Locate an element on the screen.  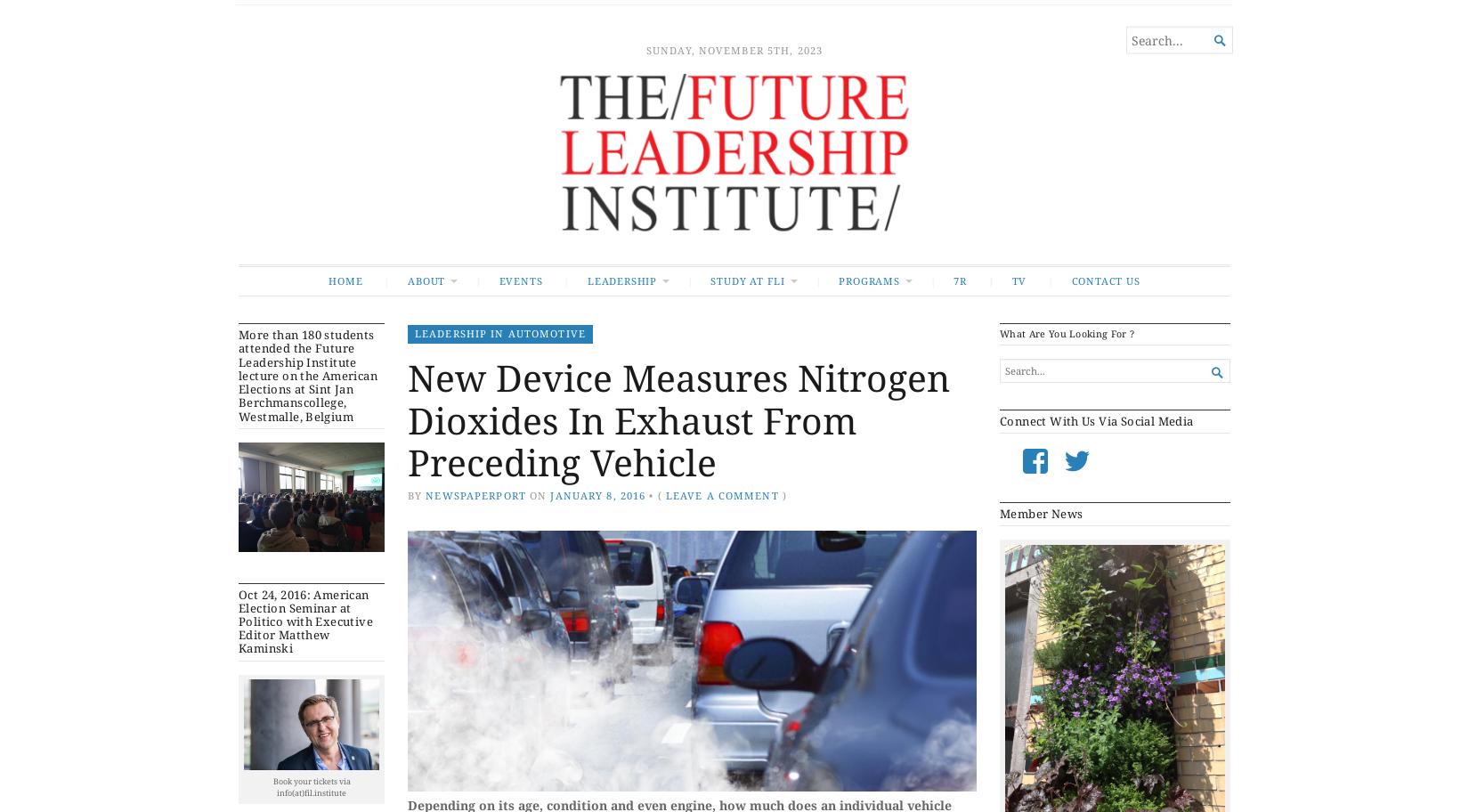
'The Future Leadership Institute' is located at coordinates (361, 52).